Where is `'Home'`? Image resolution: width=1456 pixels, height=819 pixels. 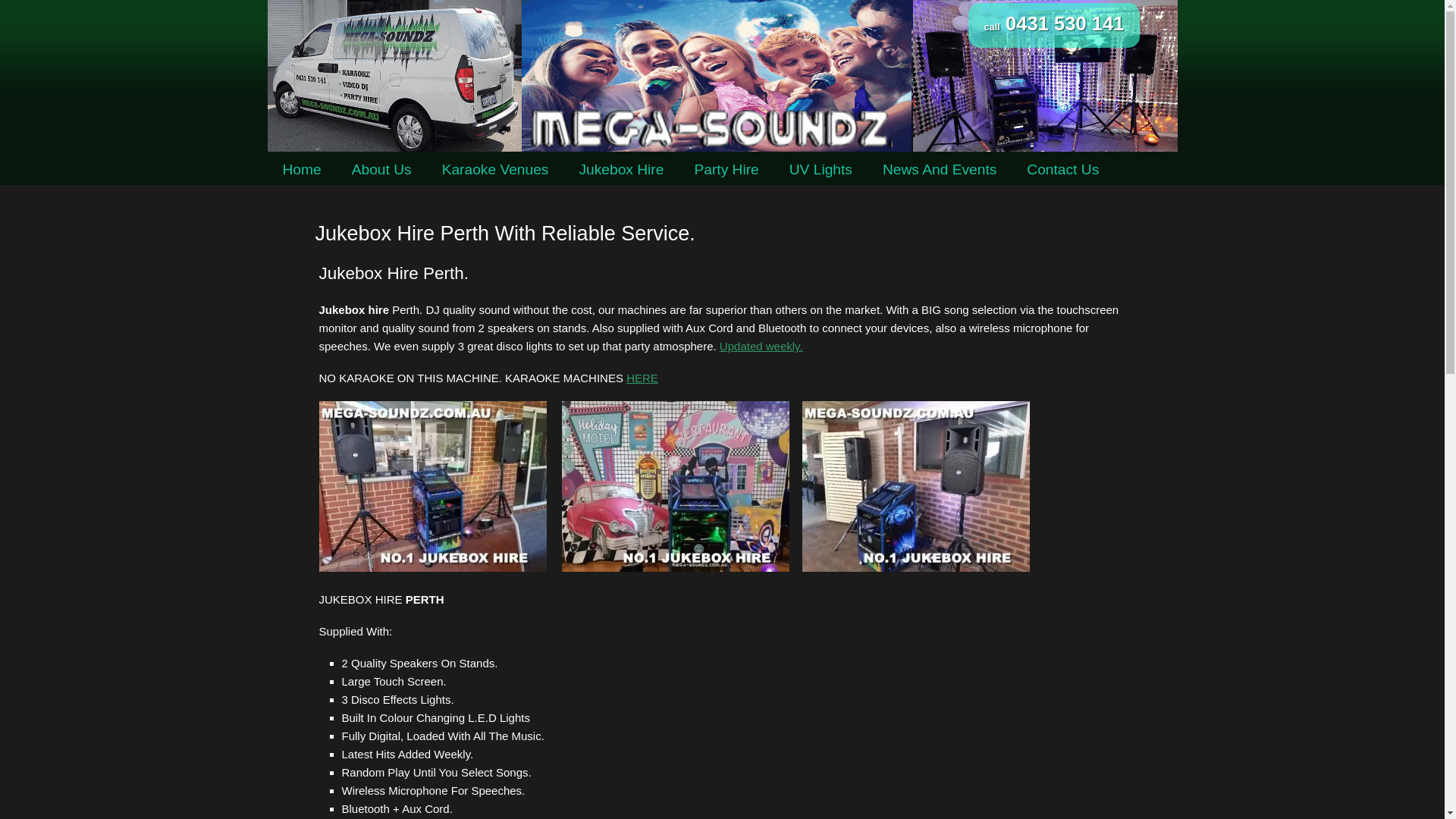
'Home' is located at coordinates (266, 169).